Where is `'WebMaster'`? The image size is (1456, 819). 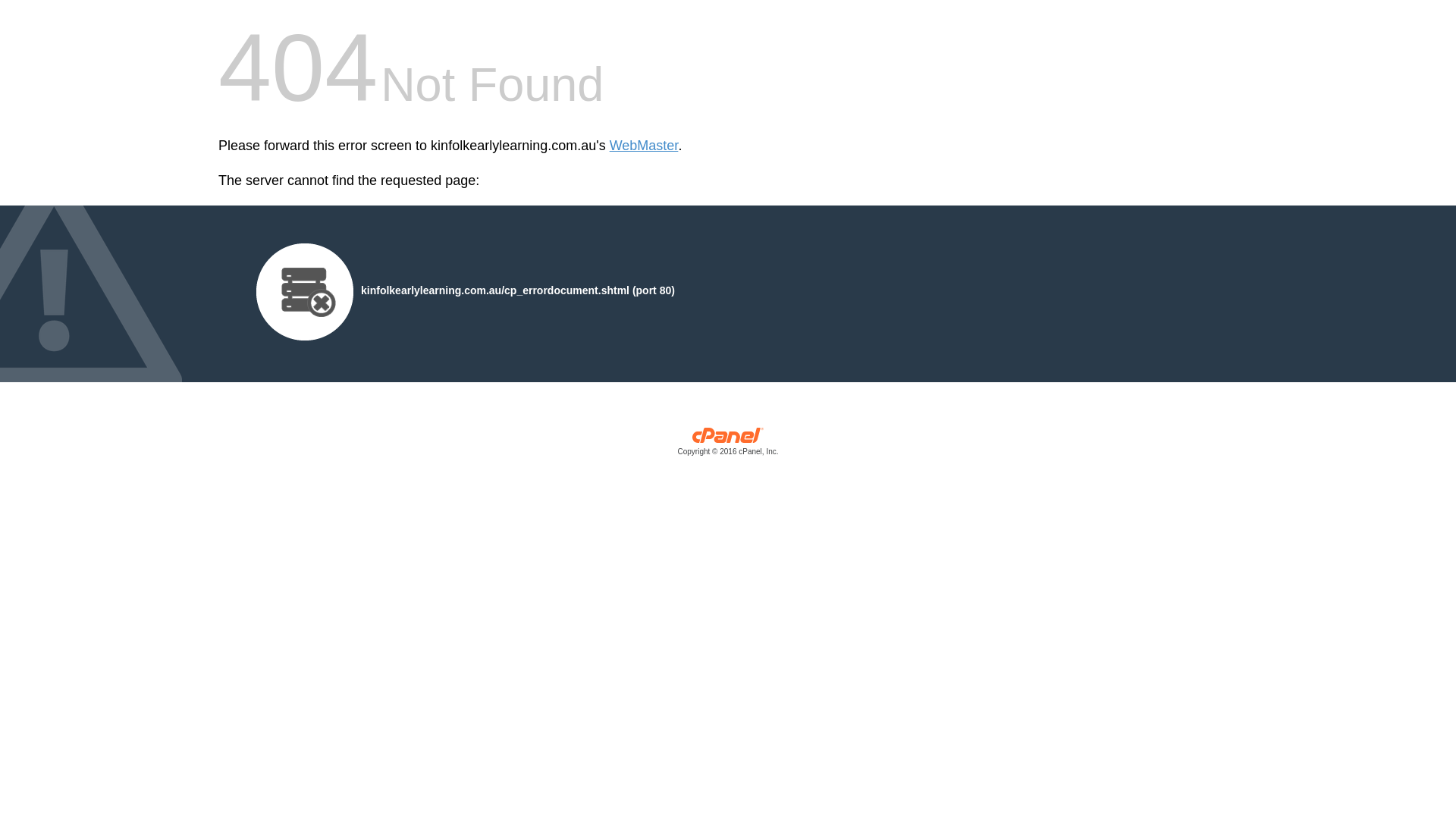
'WebMaster' is located at coordinates (644, 146).